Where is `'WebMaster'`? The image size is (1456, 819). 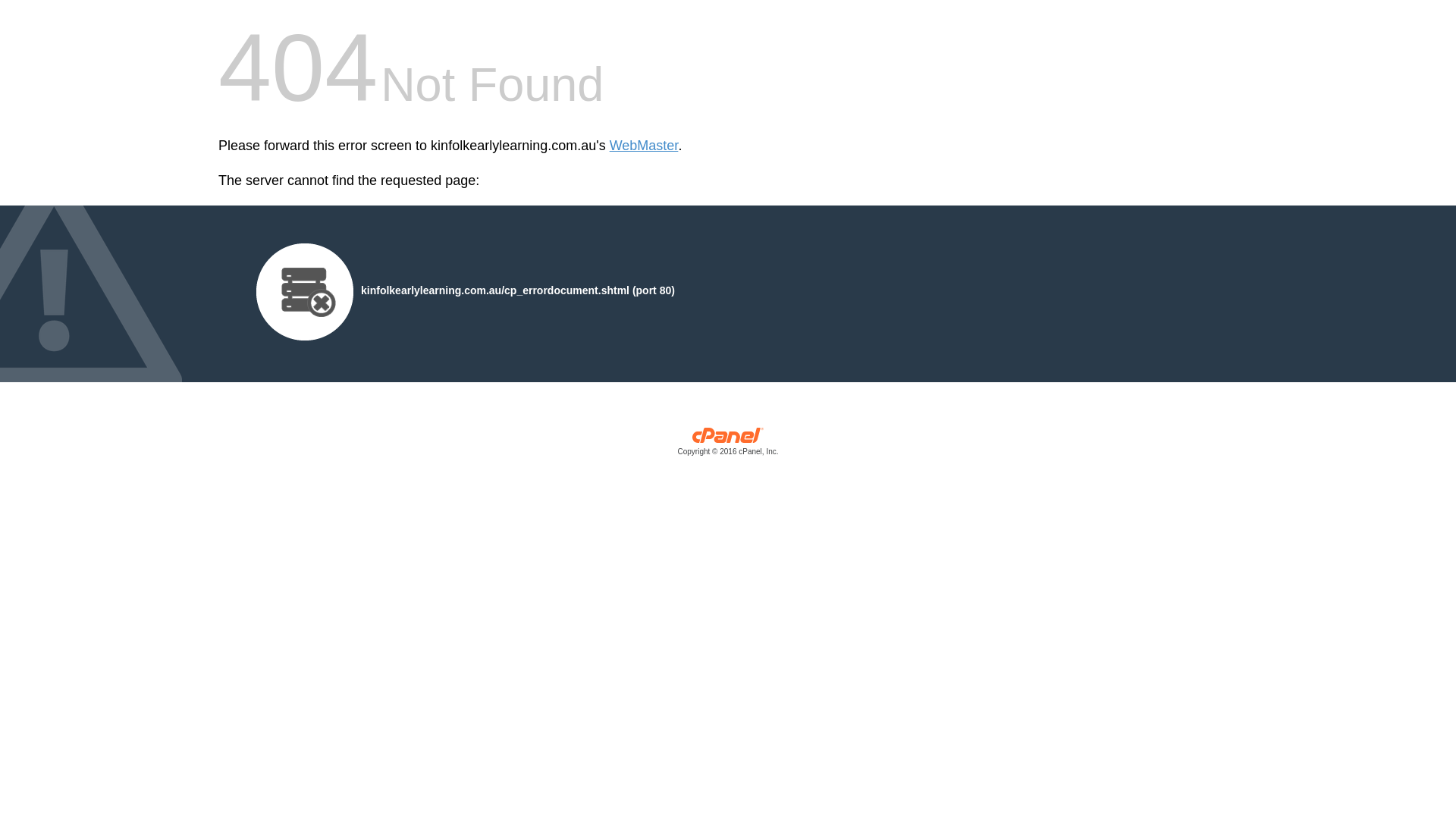
'WebMaster' is located at coordinates (644, 146).